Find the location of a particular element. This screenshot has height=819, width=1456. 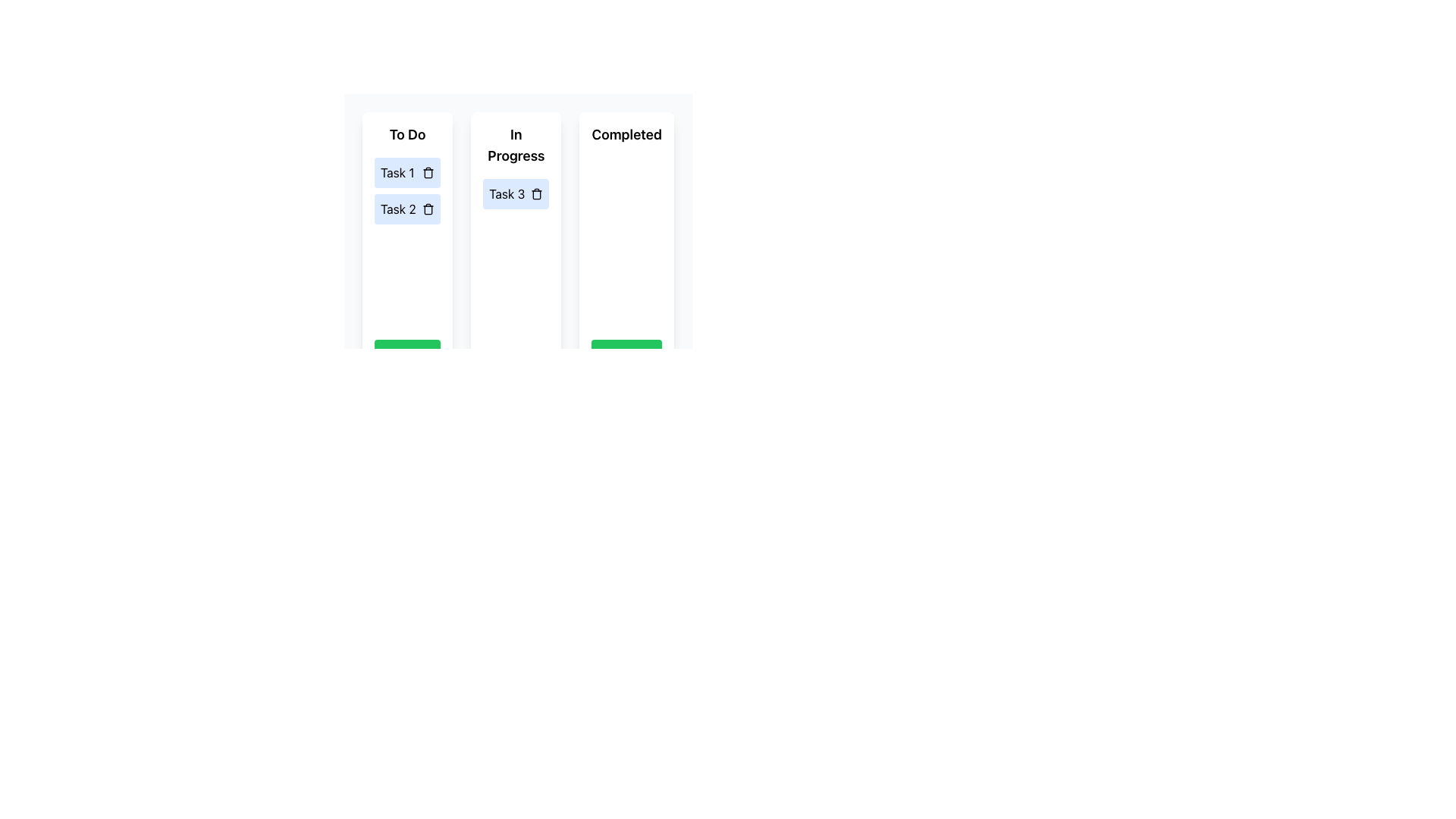

text from the 'In Progress.' text label, which is styled with a bold font and large size, positioned at the top of the card-like component is located at coordinates (516, 146).